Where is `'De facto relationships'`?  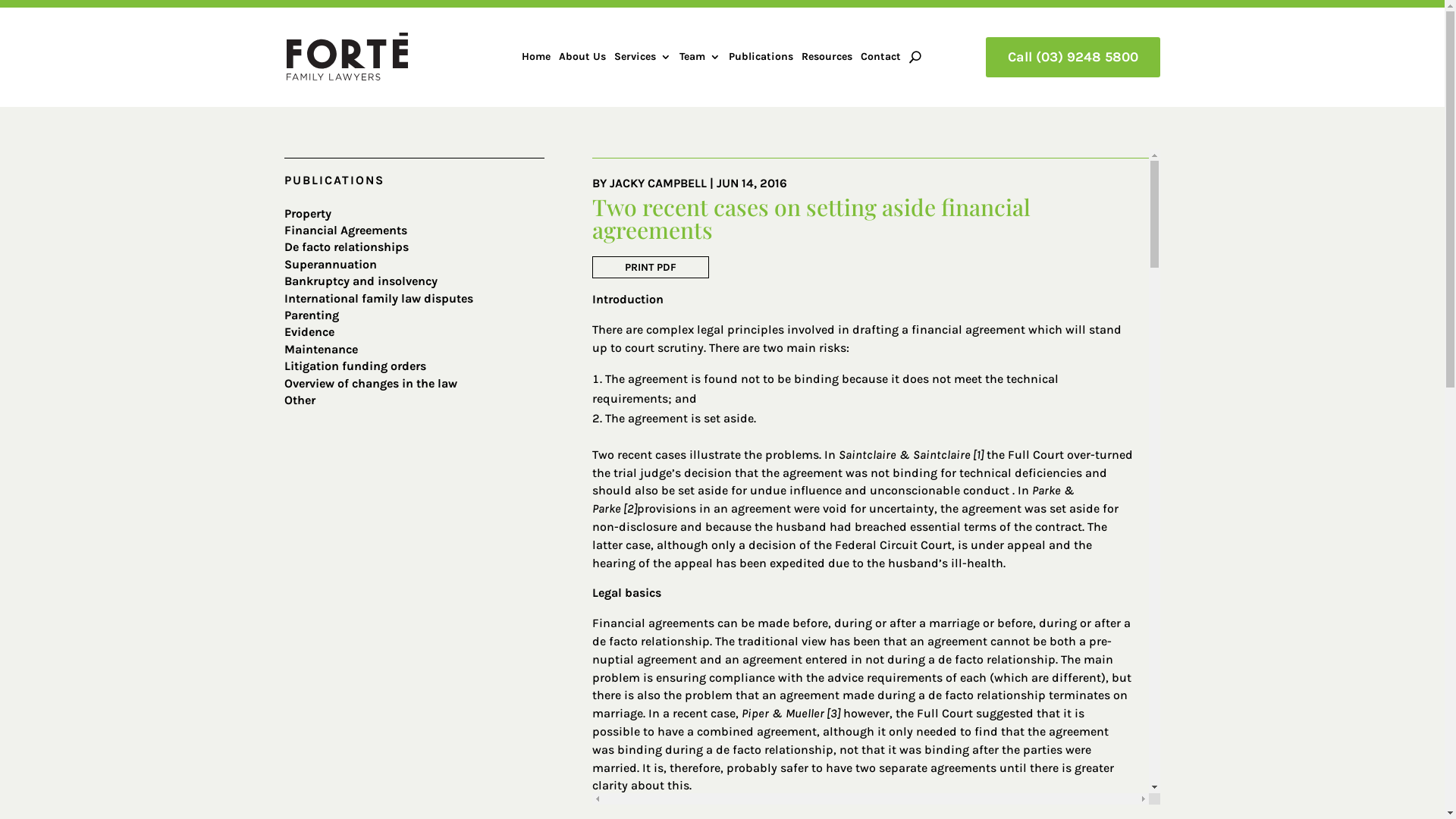 'De facto relationships' is located at coordinates (345, 246).